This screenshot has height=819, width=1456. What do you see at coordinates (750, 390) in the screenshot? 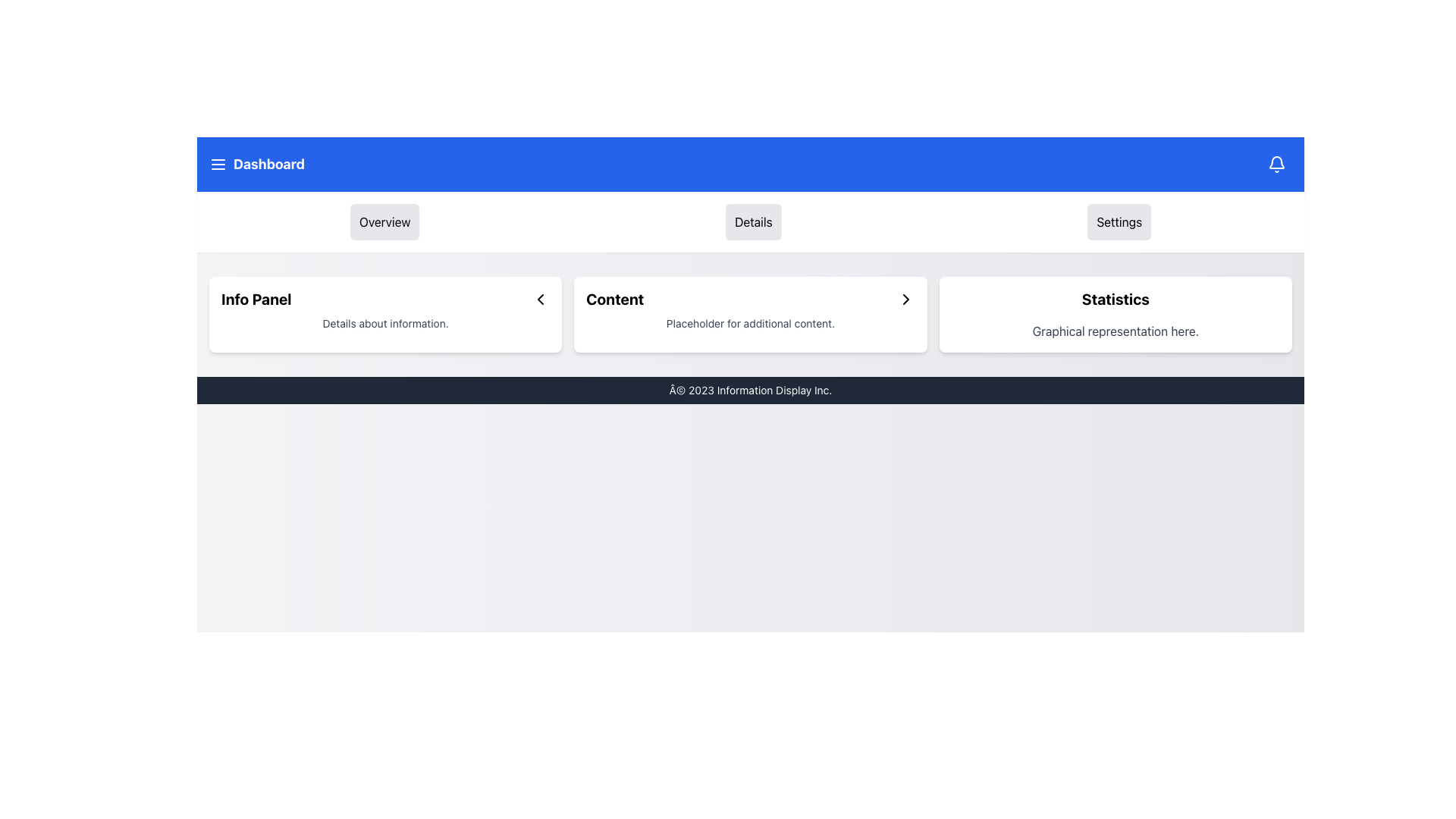
I see `text content displayed in the footer bar which has a dark gray background and white text, indicating copyright notice` at bounding box center [750, 390].